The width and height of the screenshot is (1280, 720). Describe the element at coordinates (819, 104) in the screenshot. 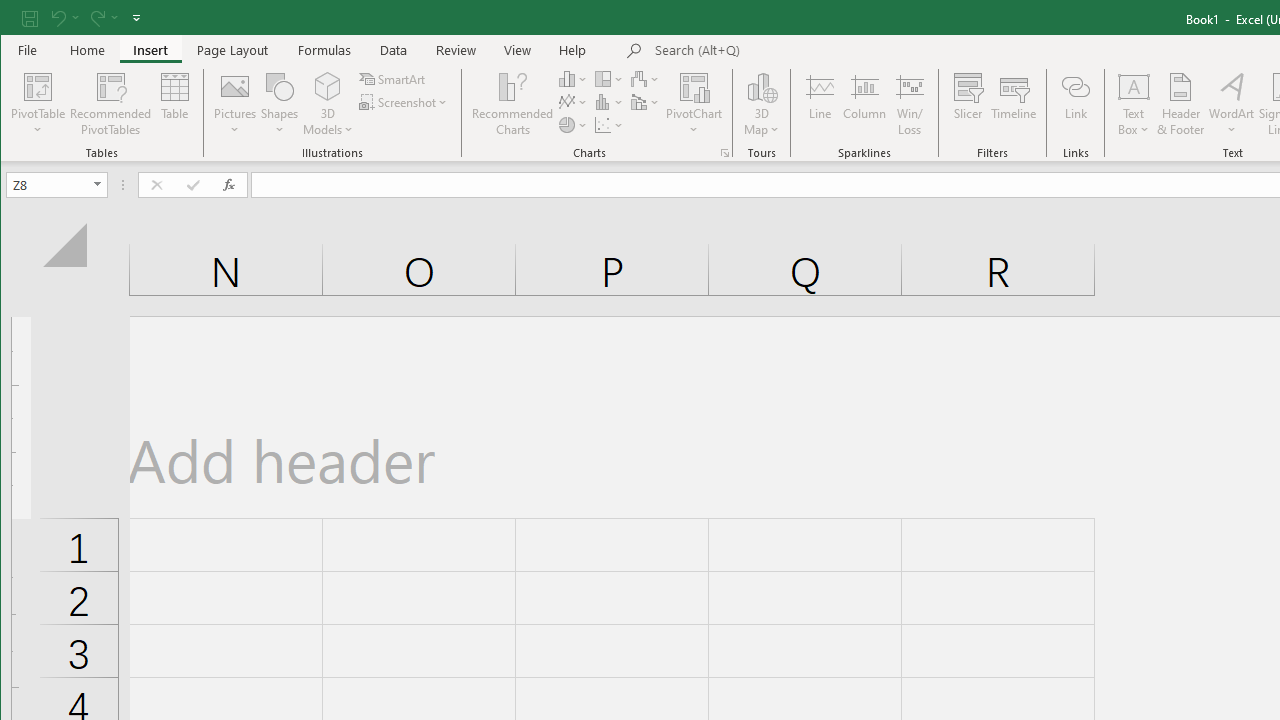

I see `'Line'` at that location.